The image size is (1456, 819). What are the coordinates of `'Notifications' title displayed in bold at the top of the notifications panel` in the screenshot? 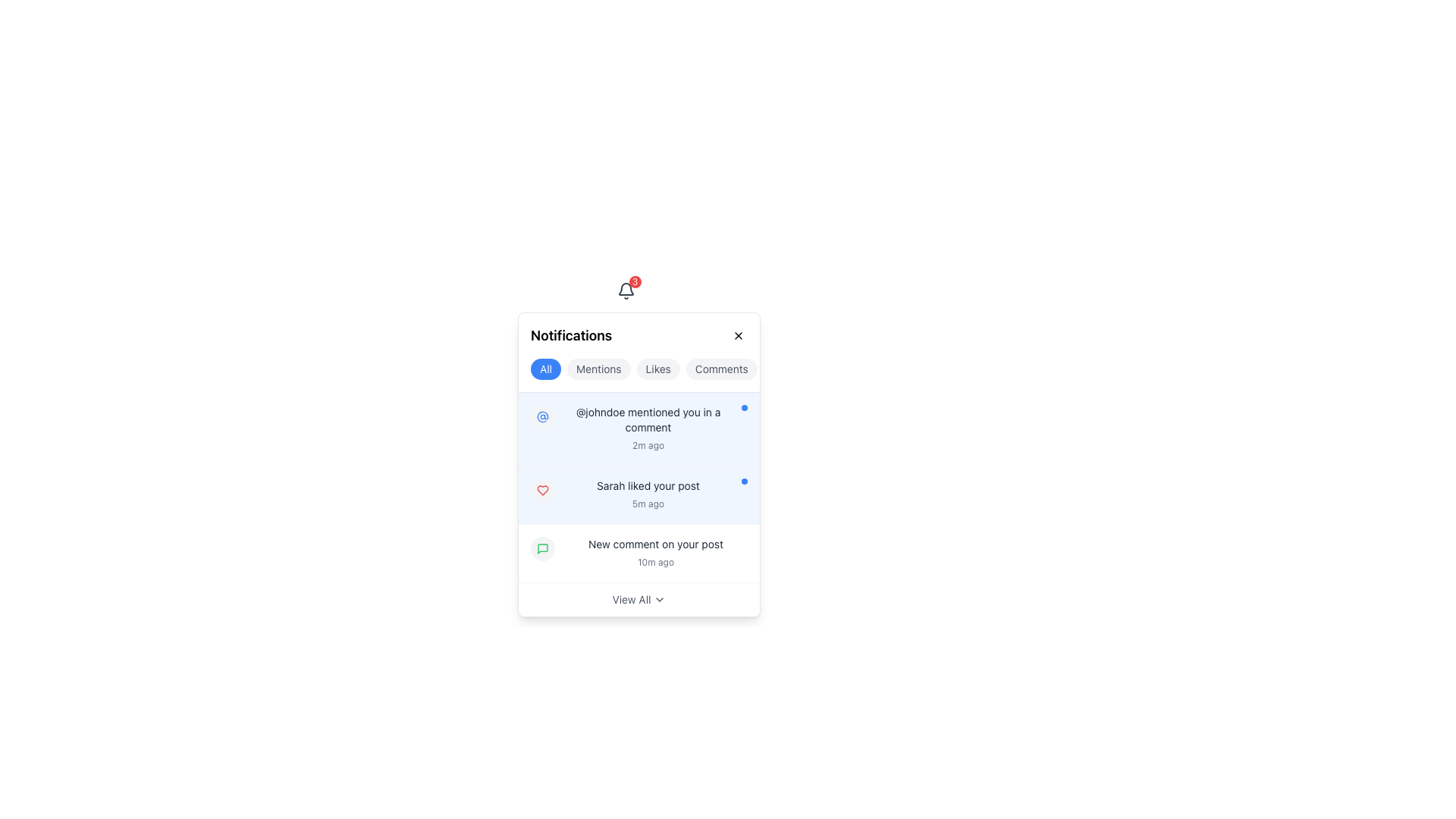 It's located at (639, 335).